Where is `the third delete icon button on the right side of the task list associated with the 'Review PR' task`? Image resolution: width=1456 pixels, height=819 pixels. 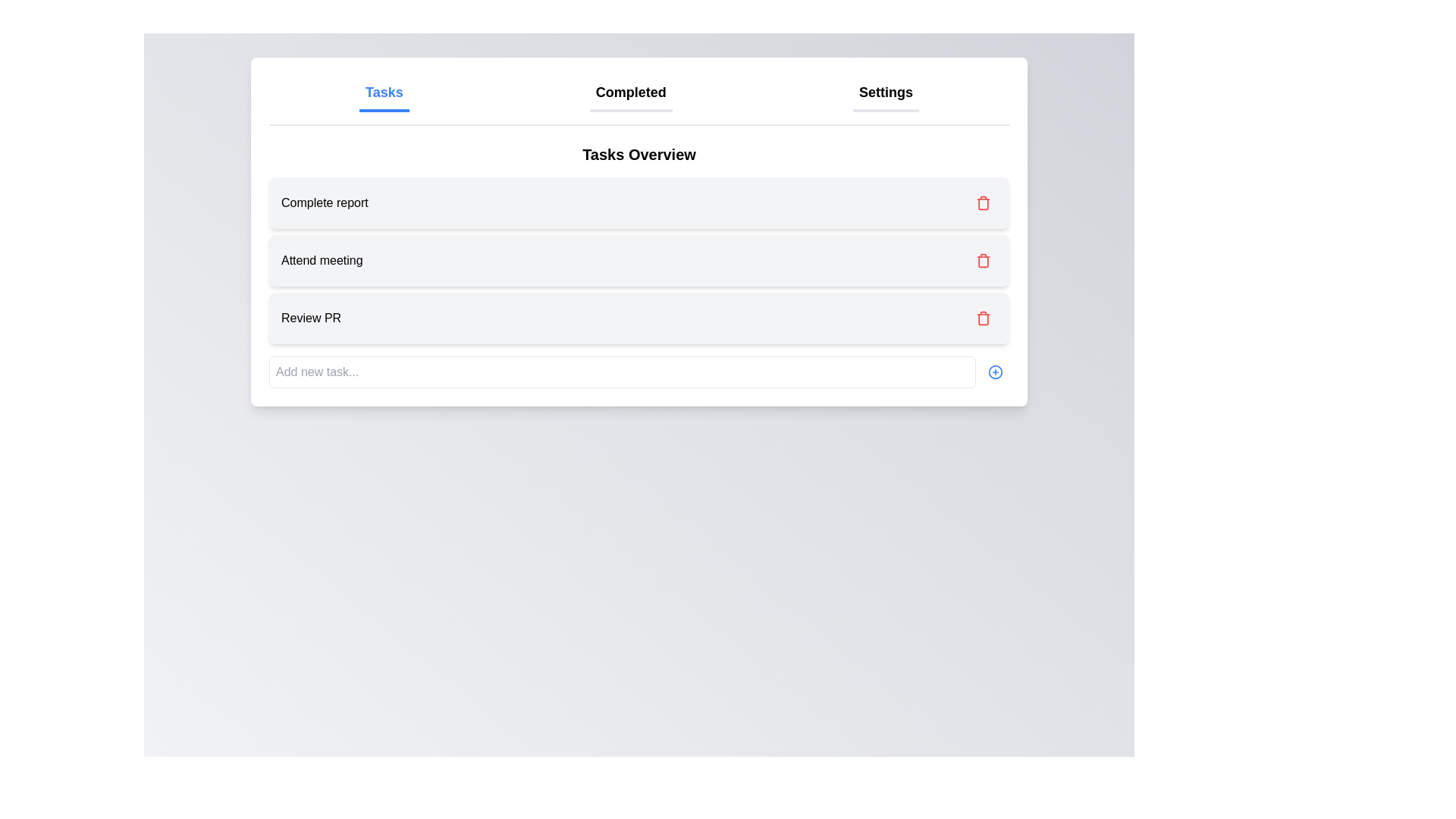 the third delete icon button on the right side of the task list associated with the 'Review PR' task is located at coordinates (983, 259).